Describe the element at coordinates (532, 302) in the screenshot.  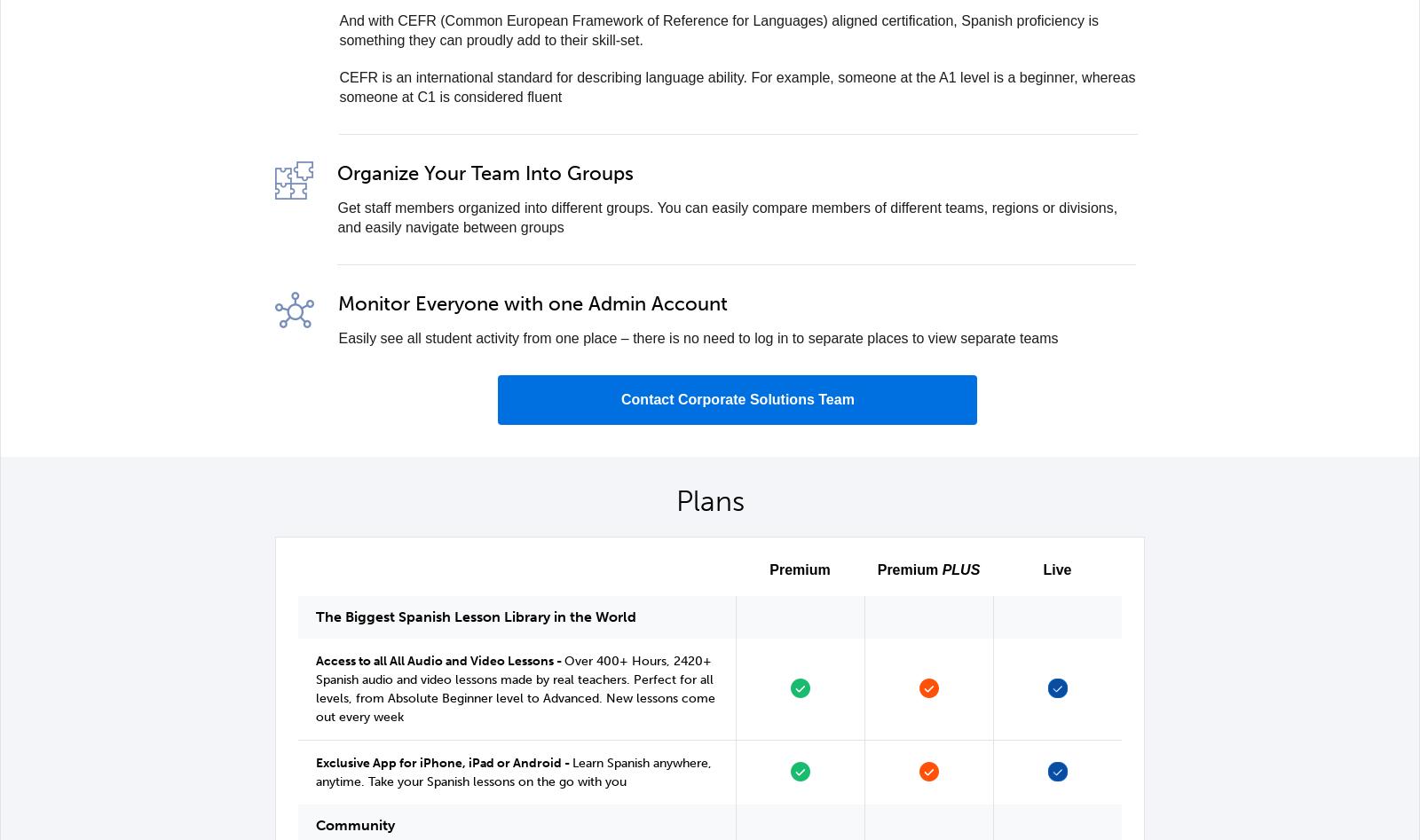
I see `'Monitor Everyone with one Admin Account'` at that location.